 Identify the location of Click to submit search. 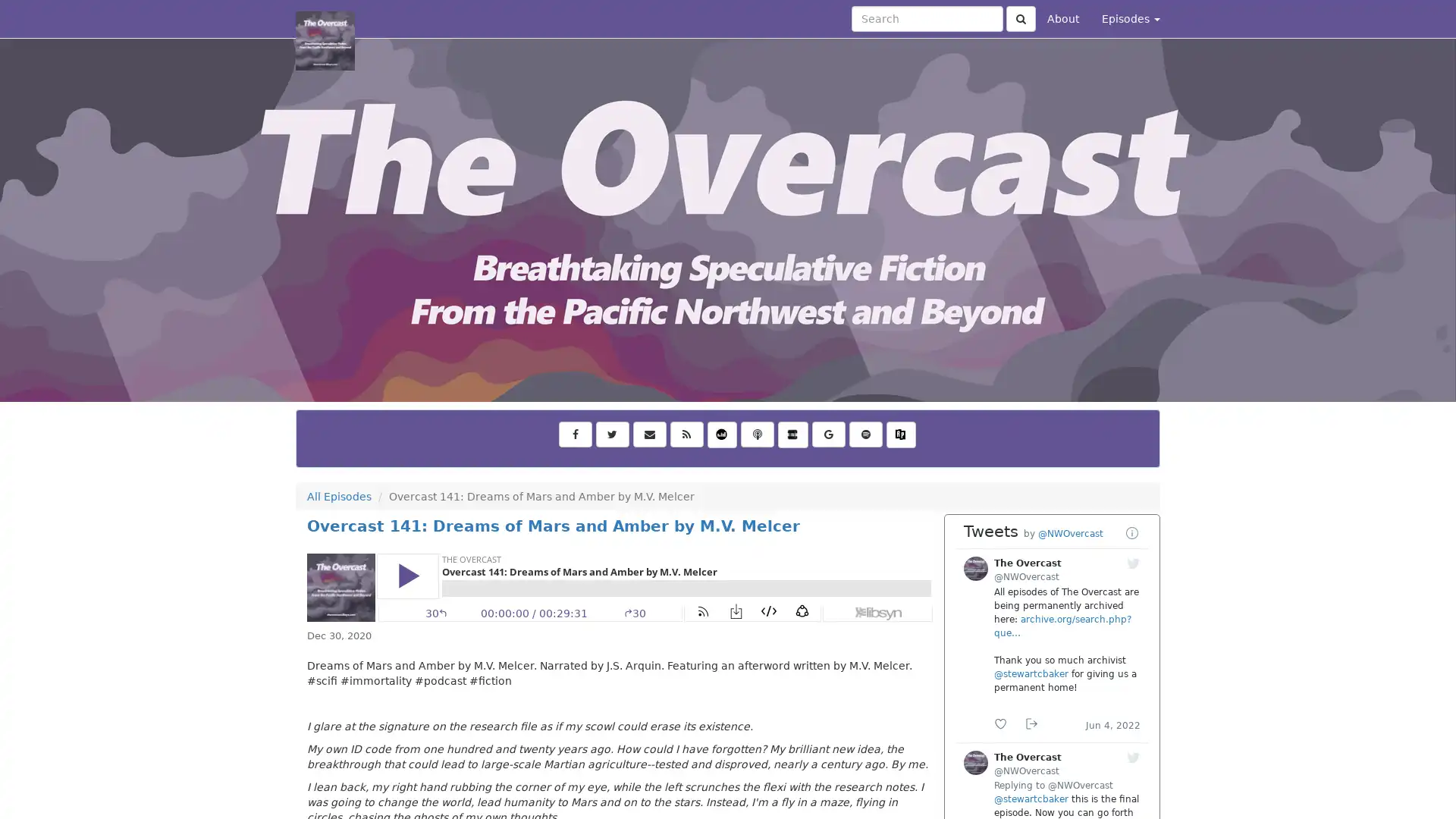
(1021, 18).